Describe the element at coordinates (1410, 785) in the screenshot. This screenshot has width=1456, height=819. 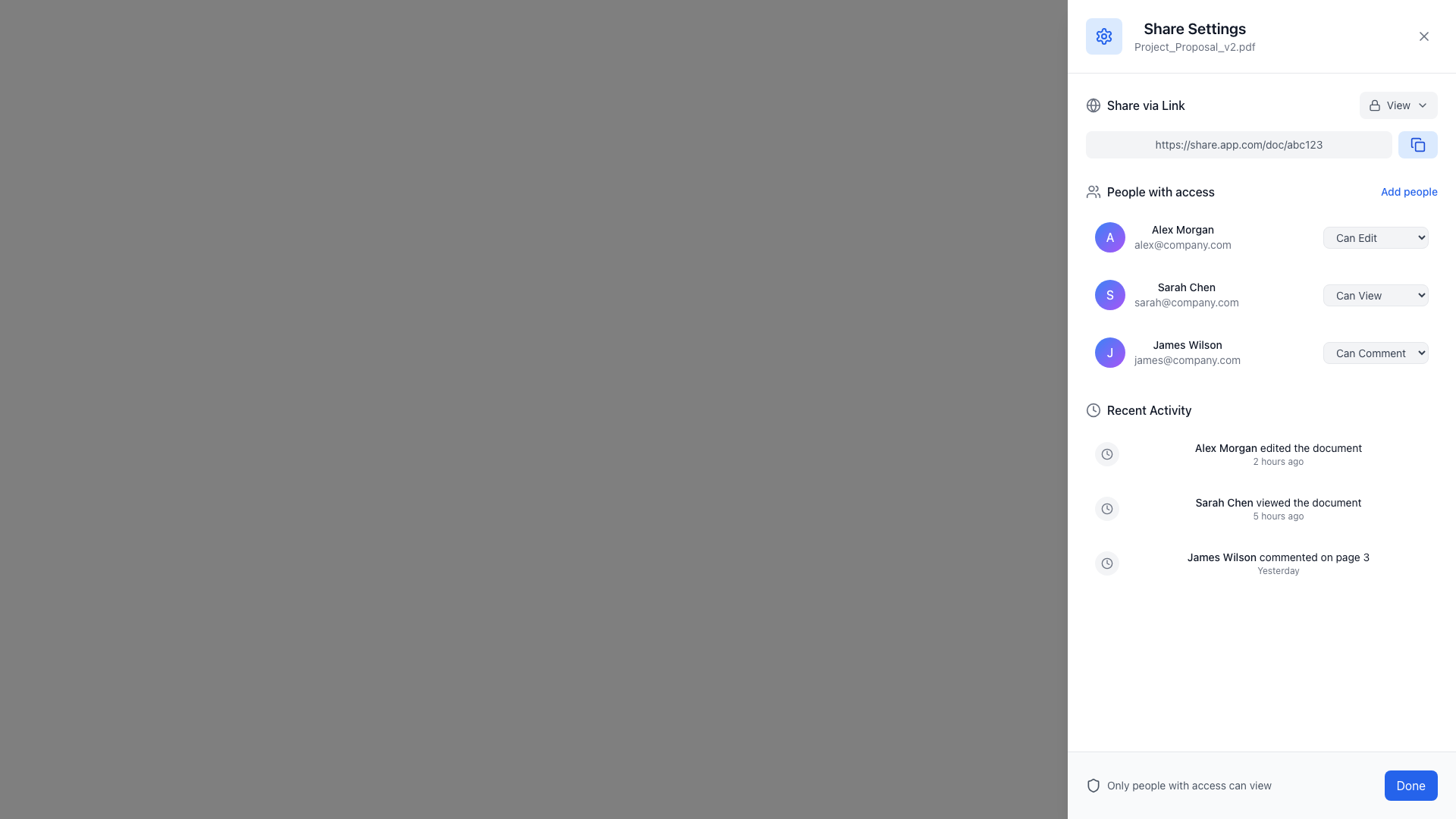
I see `the 'Done' button located at the bottom-right corner of the interface to finalize the current settings and exit the dialog` at that location.